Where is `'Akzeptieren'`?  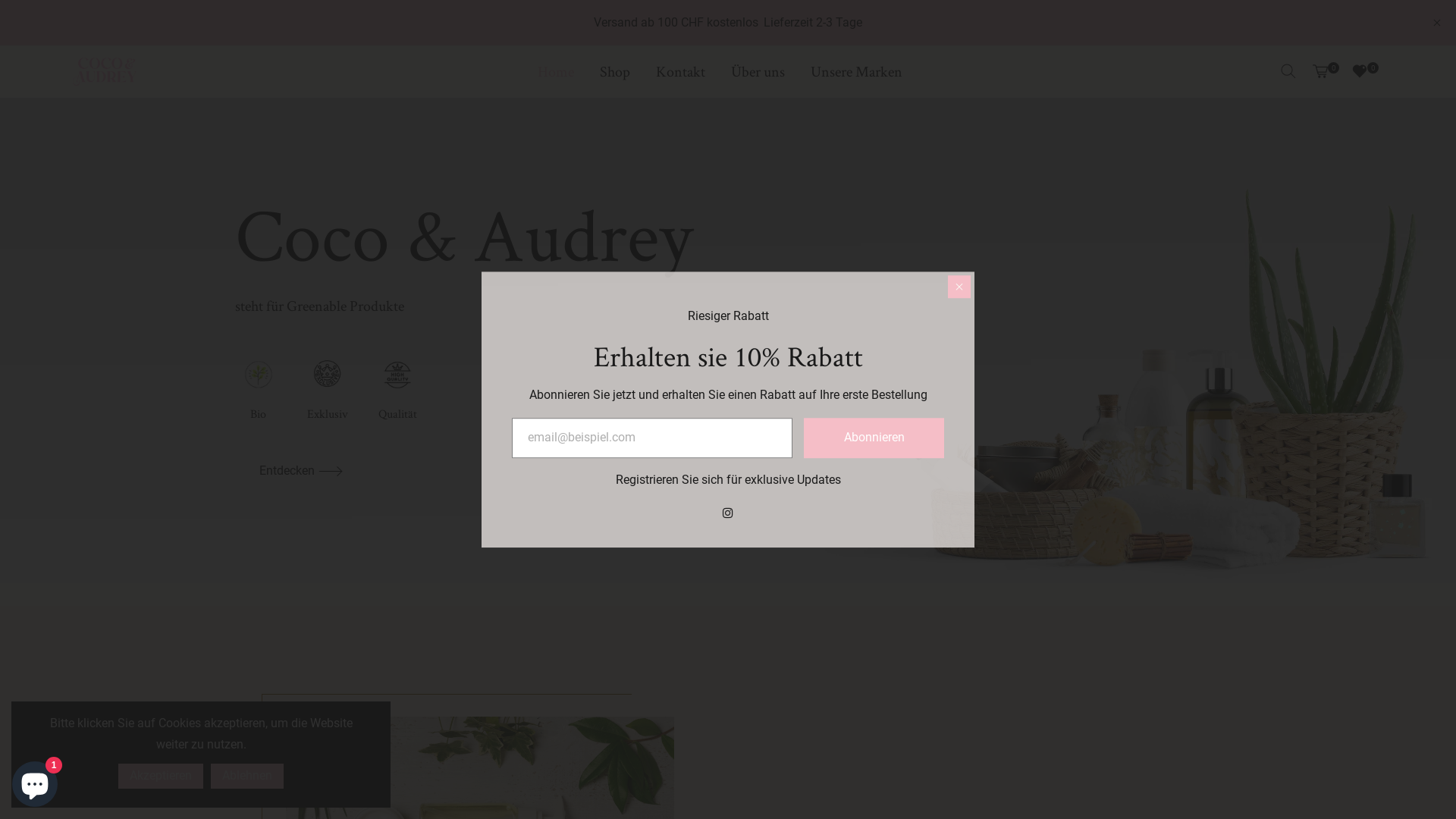
'Akzeptieren' is located at coordinates (118, 776).